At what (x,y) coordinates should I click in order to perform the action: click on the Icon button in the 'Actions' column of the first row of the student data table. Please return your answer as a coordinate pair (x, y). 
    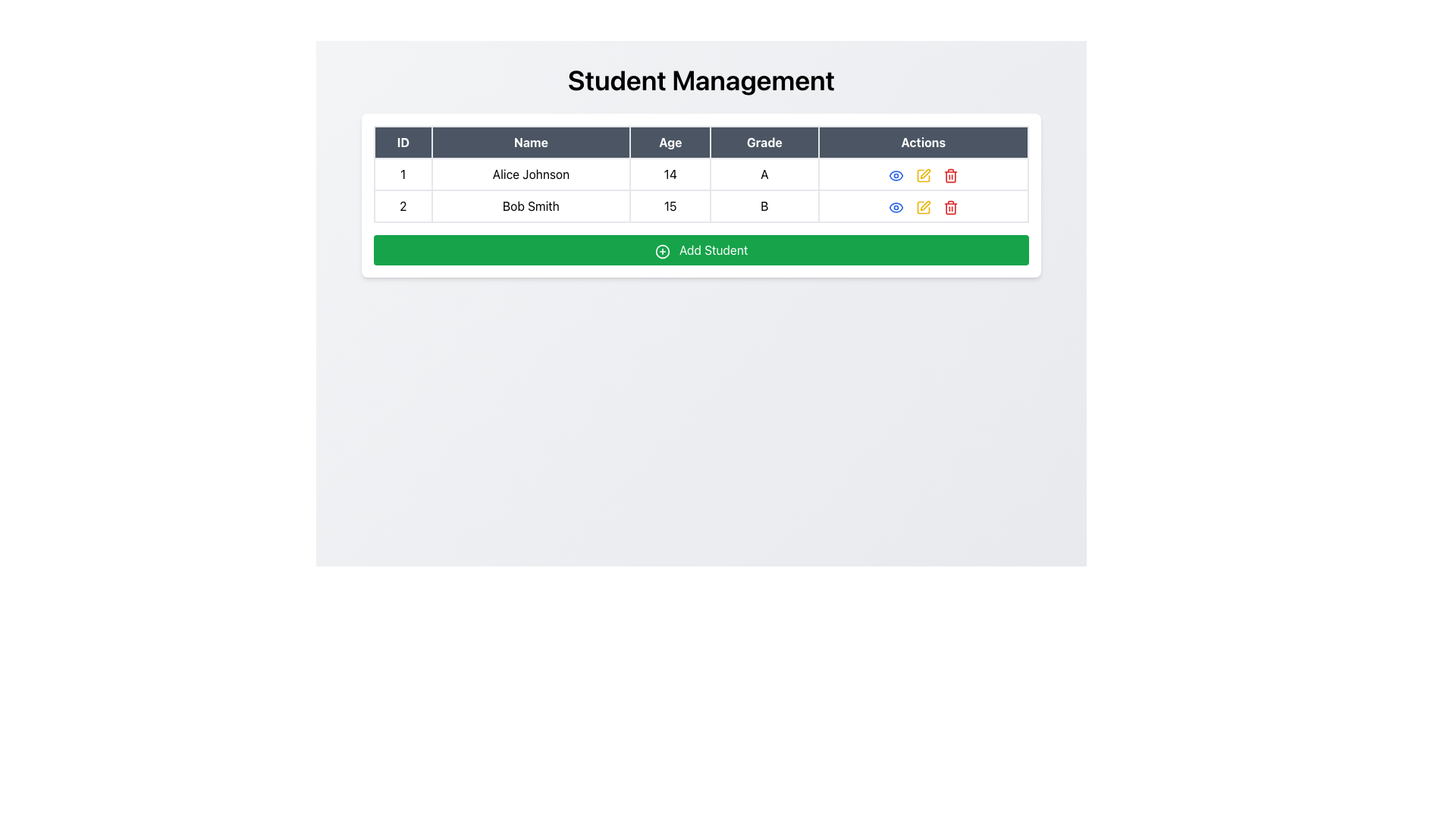
    Looking at the image, I should click on (896, 174).